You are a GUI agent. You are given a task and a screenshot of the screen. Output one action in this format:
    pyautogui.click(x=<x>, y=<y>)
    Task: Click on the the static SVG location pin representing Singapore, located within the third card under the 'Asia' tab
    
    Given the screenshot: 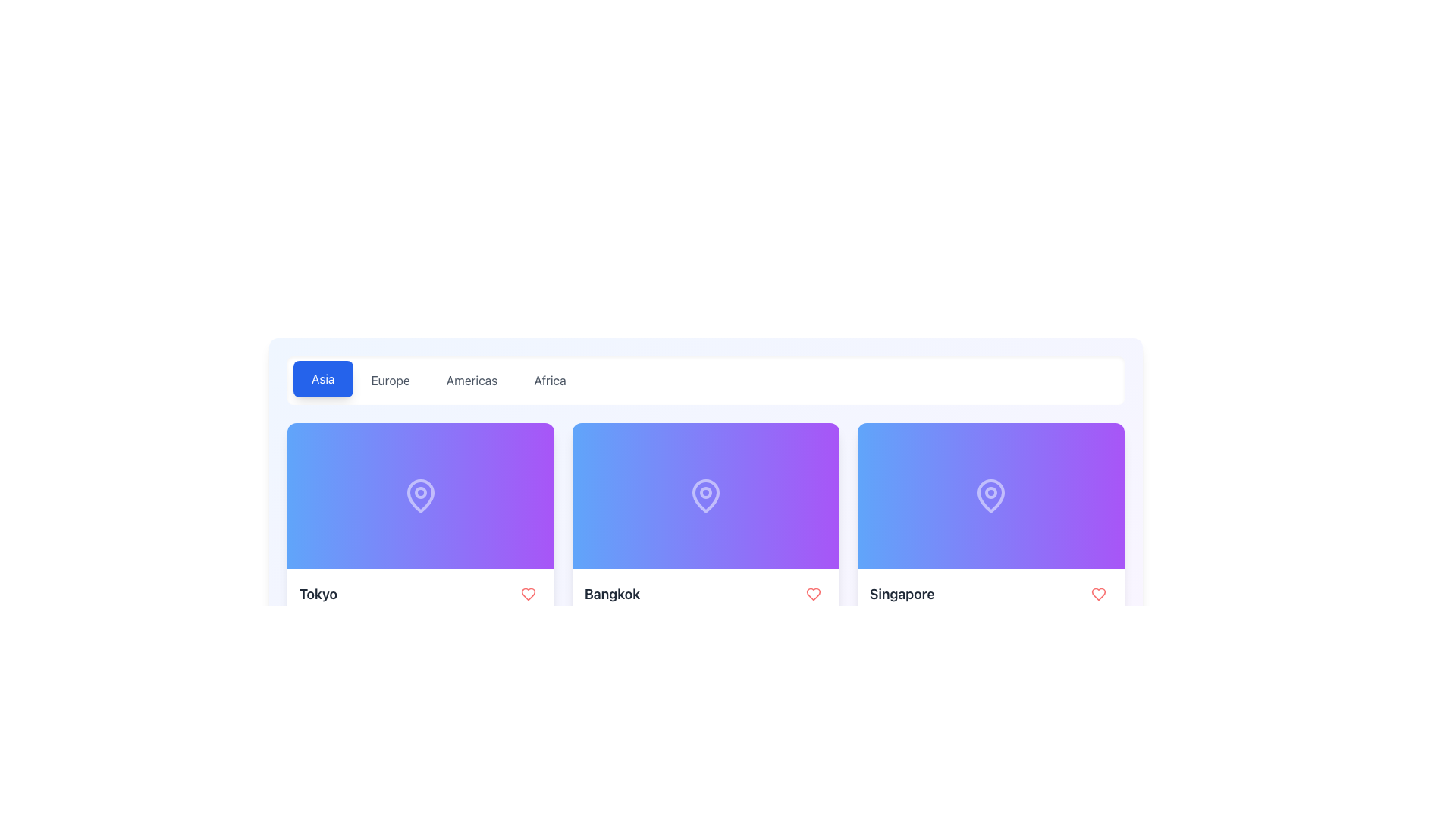 What is the action you would take?
    pyautogui.click(x=990, y=494)
    